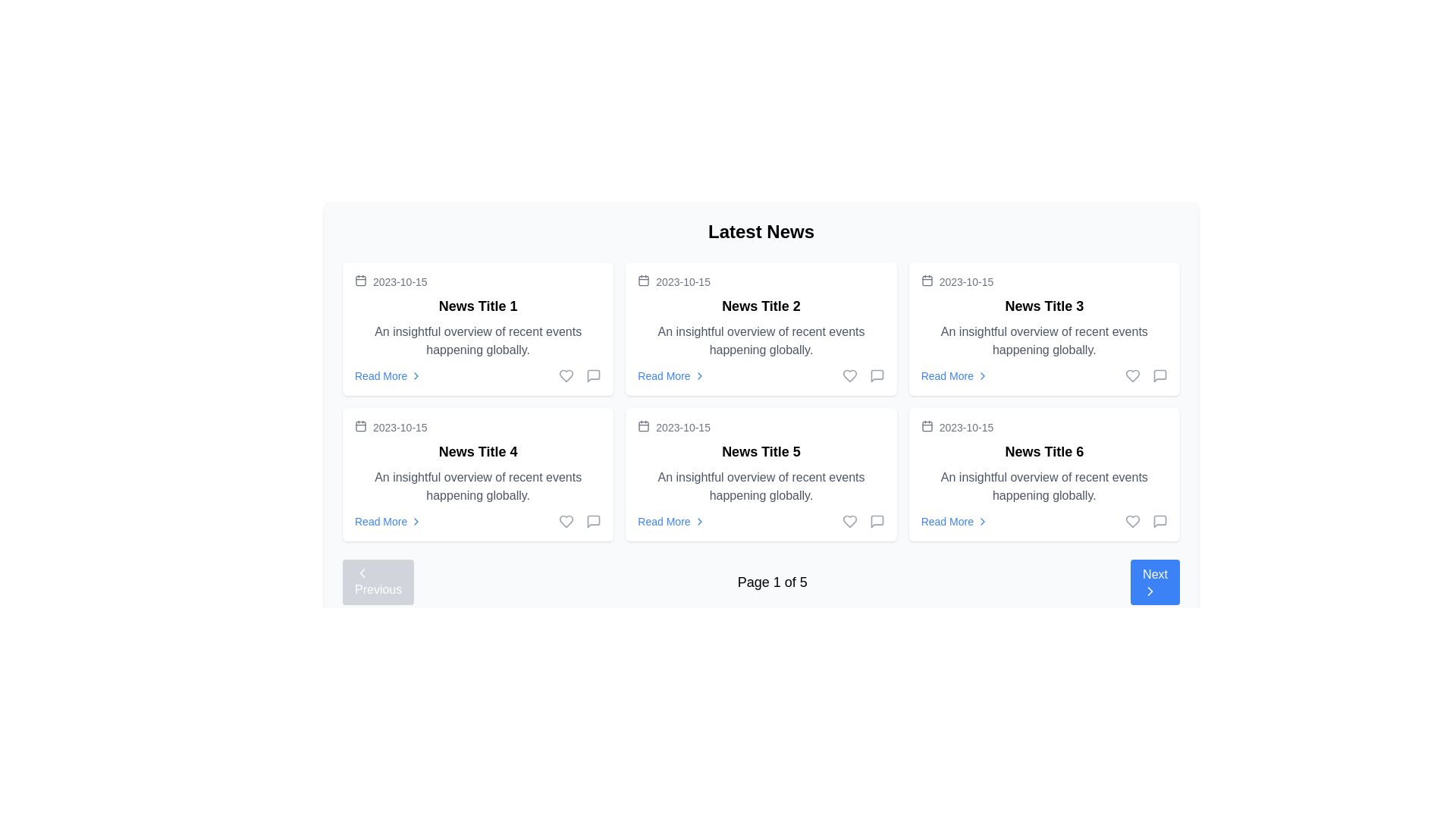 The image size is (1456, 819). I want to click on the 'Read More' link located, so click(1043, 375).